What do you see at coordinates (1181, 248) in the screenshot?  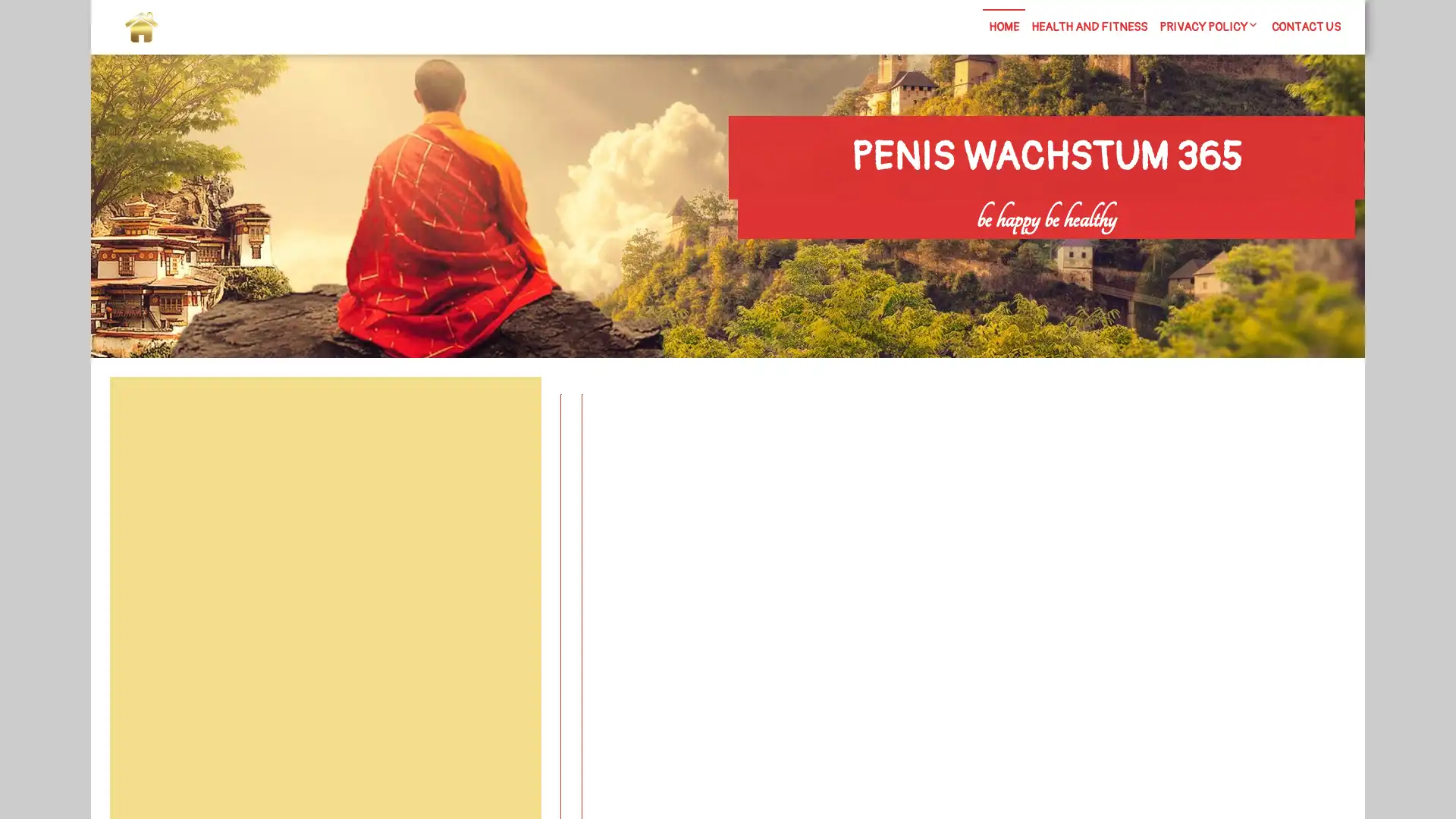 I see `Search` at bounding box center [1181, 248].